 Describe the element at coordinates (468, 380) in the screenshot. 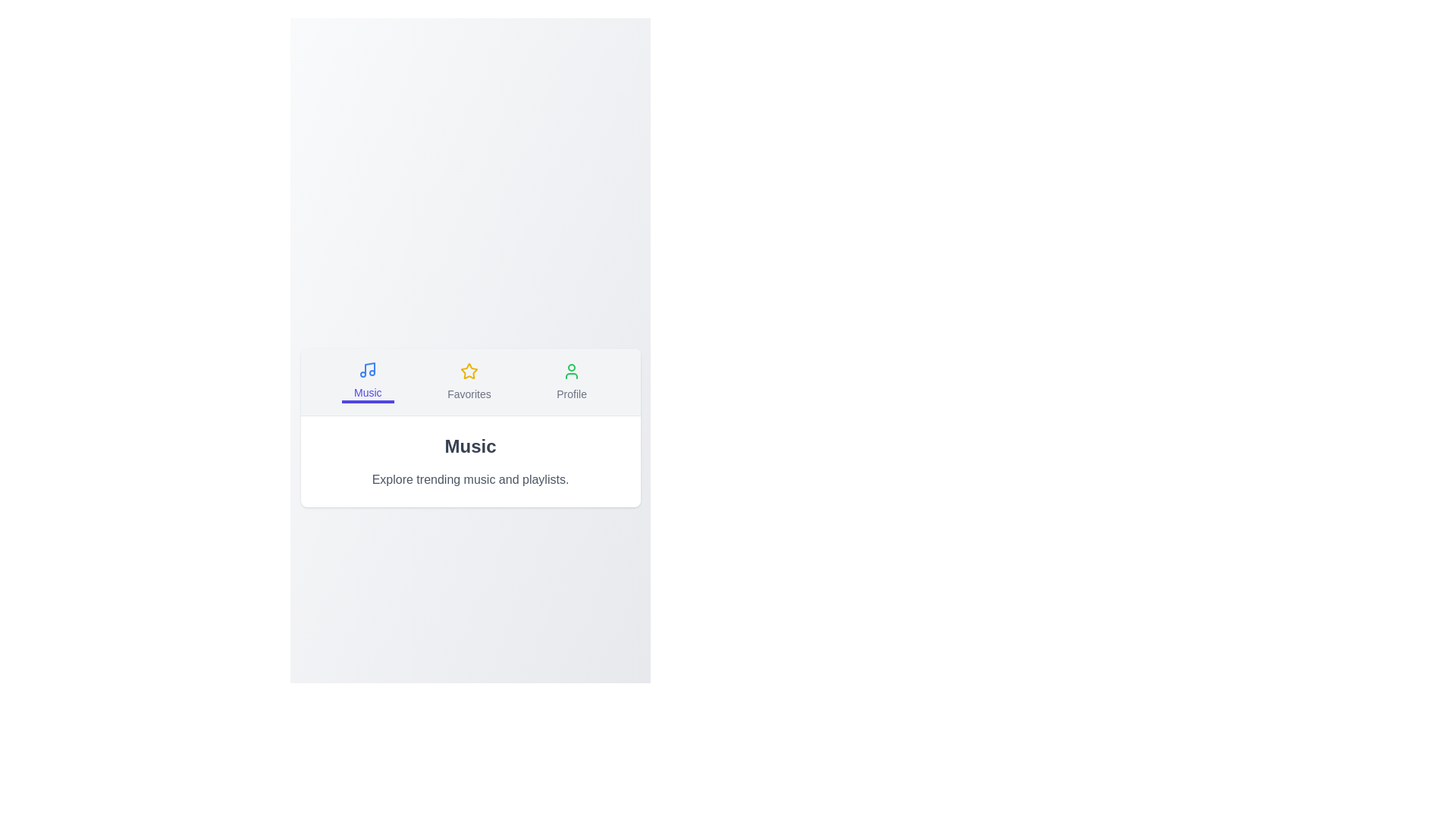

I see `the Favorites tab by clicking its button` at that location.